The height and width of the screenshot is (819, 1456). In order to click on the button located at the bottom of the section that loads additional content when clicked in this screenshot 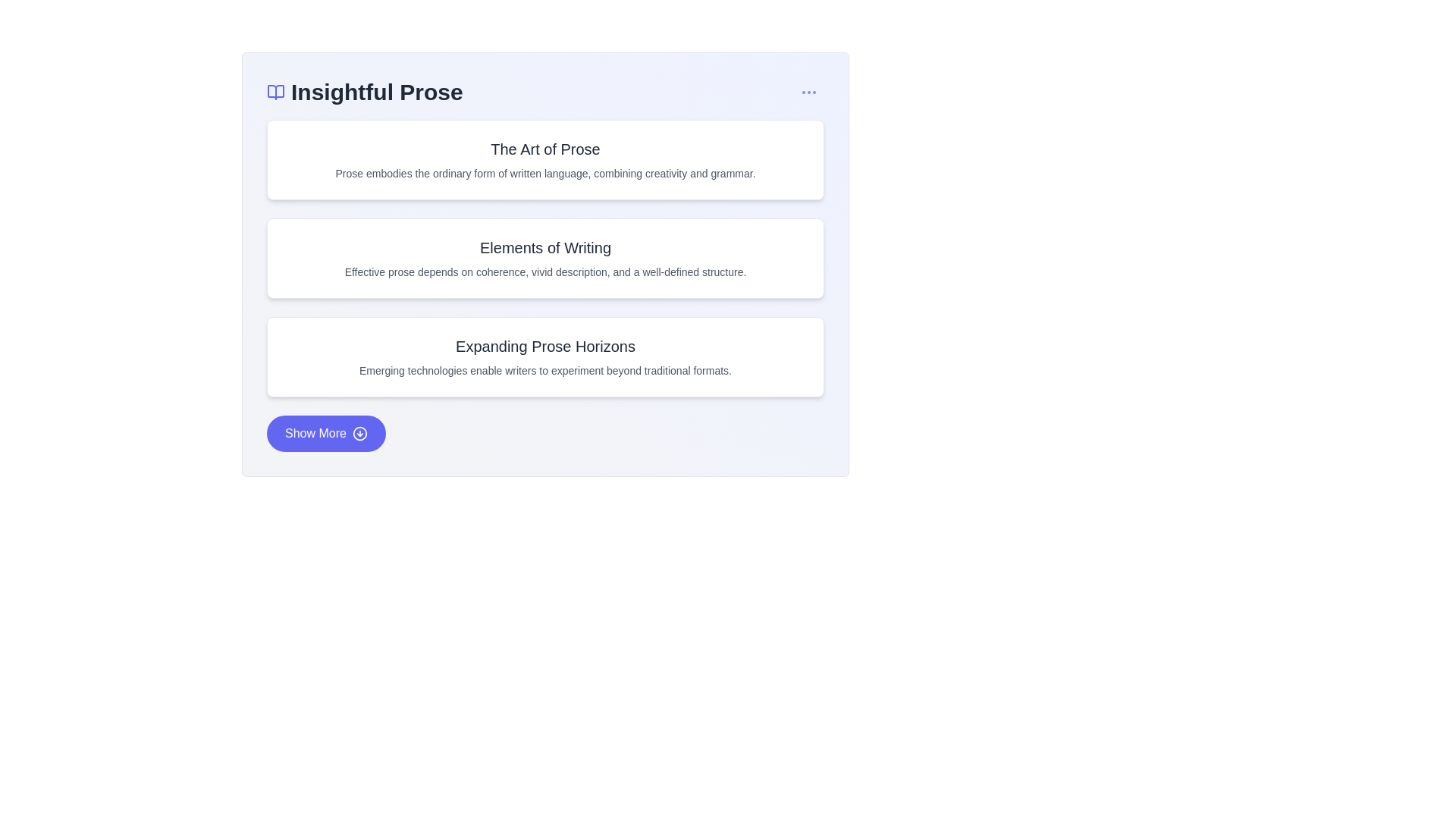, I will do `click(545, 433)`.